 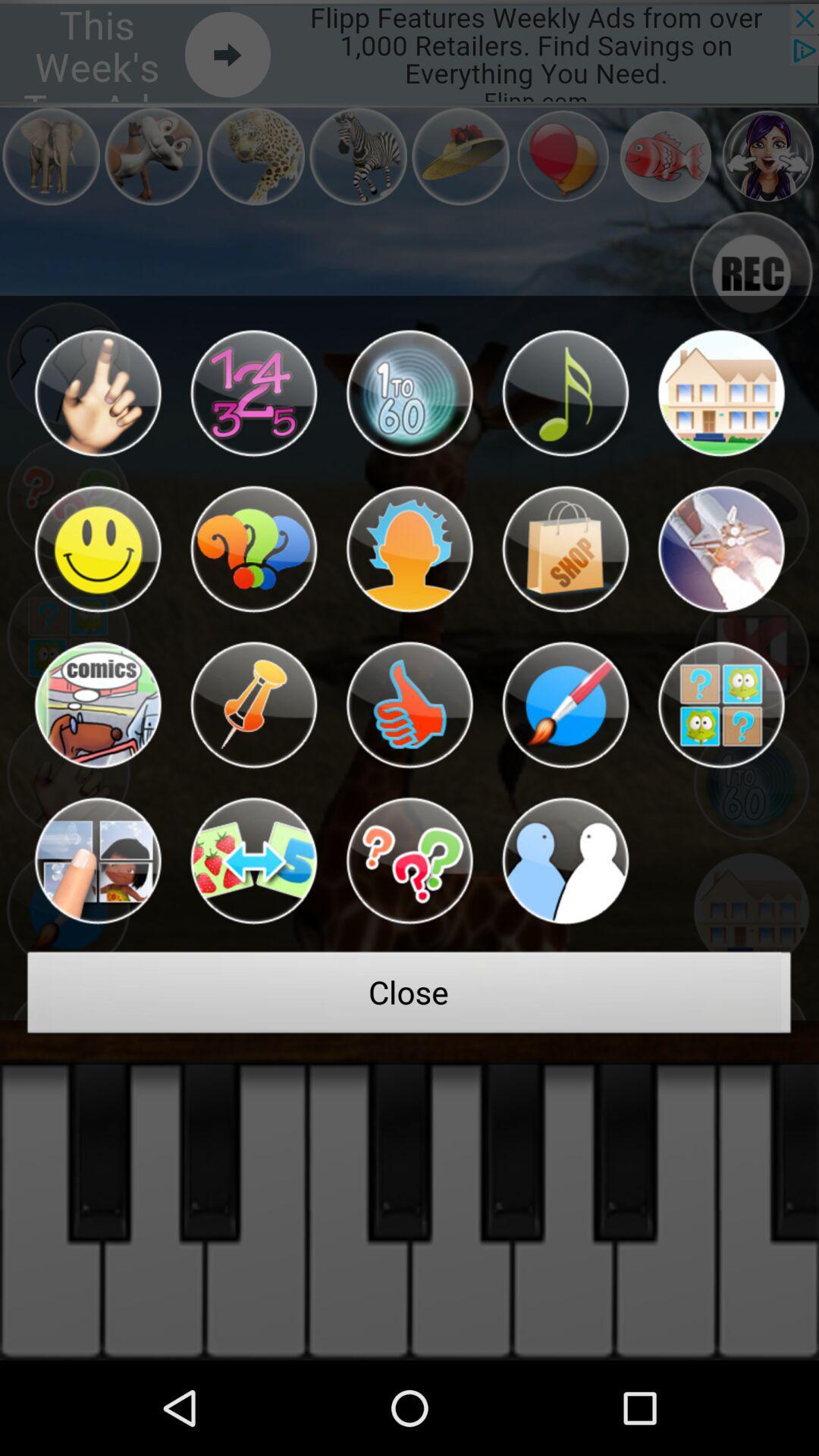 What do you see at coordinates (409, 861) in the screenshot?
I see `ask a question` at bounding box center [409, 861].